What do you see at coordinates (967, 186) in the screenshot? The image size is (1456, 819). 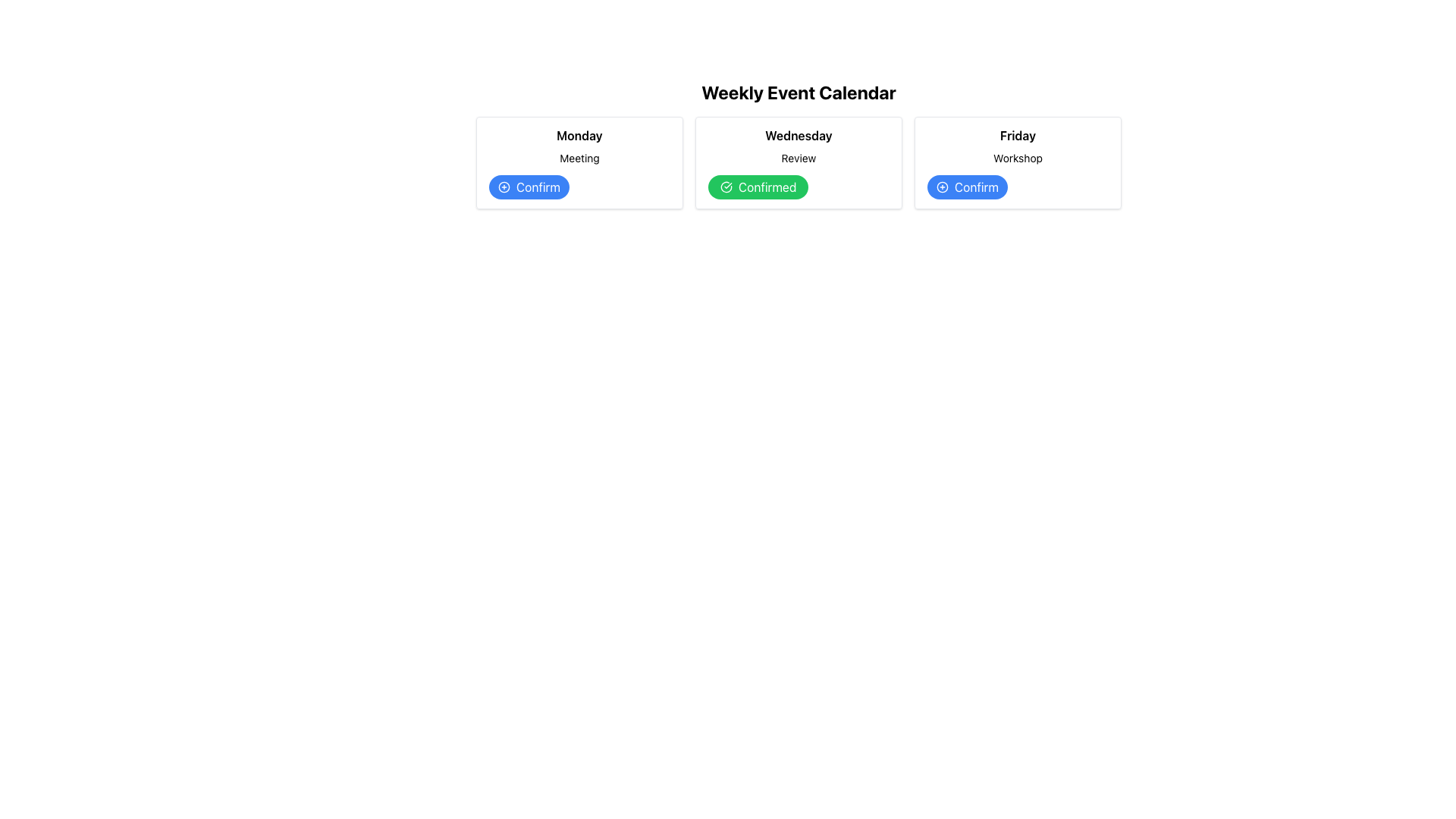 I see `the confirm button for the 'Friday Workshop' activity, which is located at the far right of the horizontal button group in the 'Friday' event section` at bounding box center [967, 186].